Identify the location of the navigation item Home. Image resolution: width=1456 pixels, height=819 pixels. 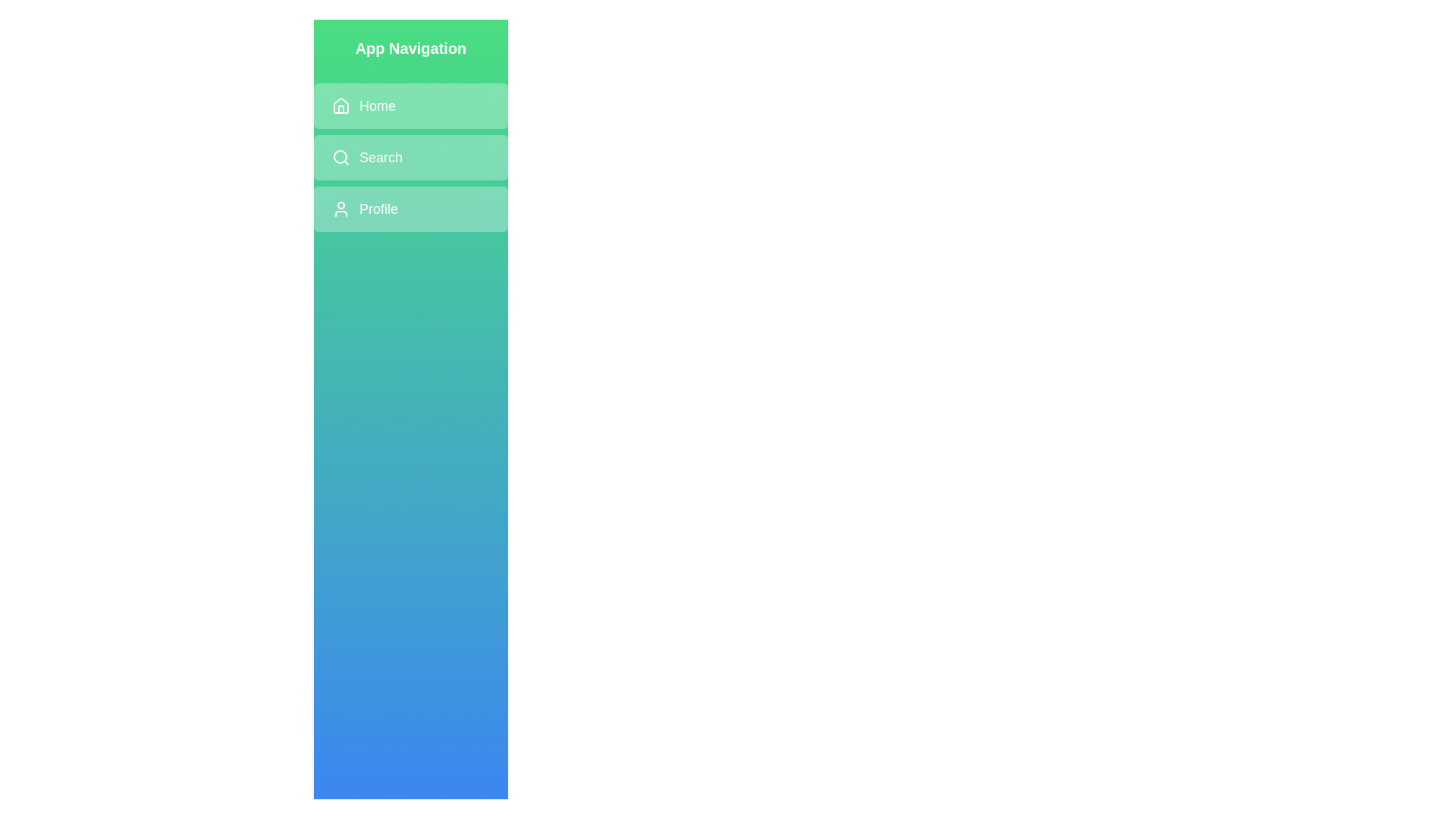
(411, 105).